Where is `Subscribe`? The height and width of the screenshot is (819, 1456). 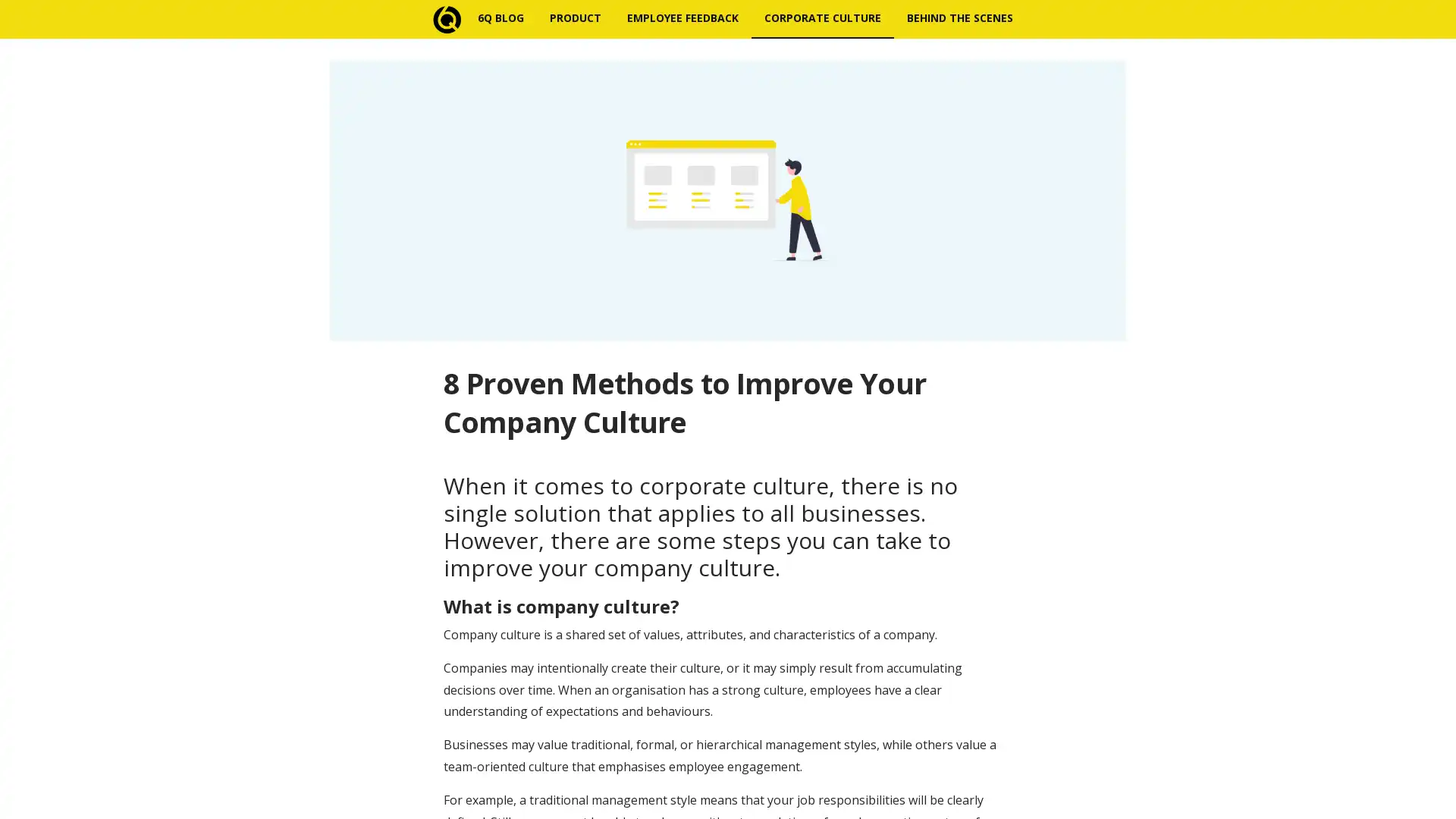
Subscribe is located at coordinates (895, 797).